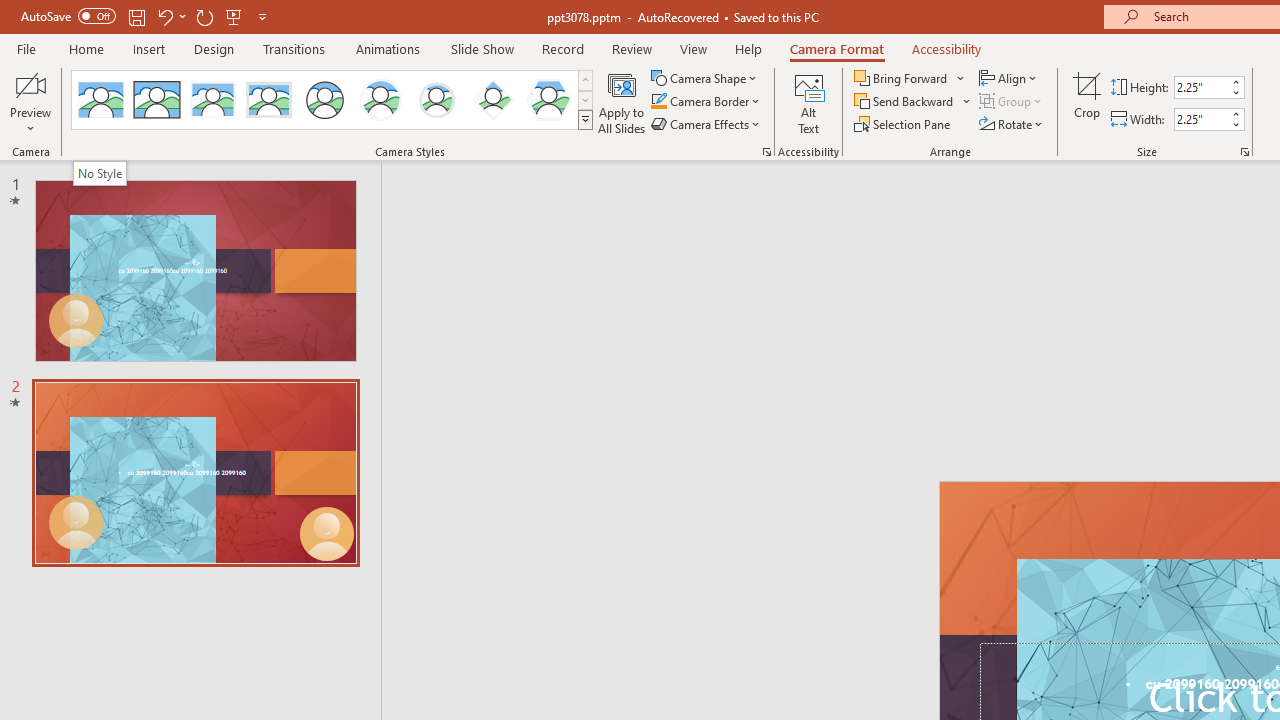 The image size is (1280, 720). I want to click on 'Row up', so click(584, 79).